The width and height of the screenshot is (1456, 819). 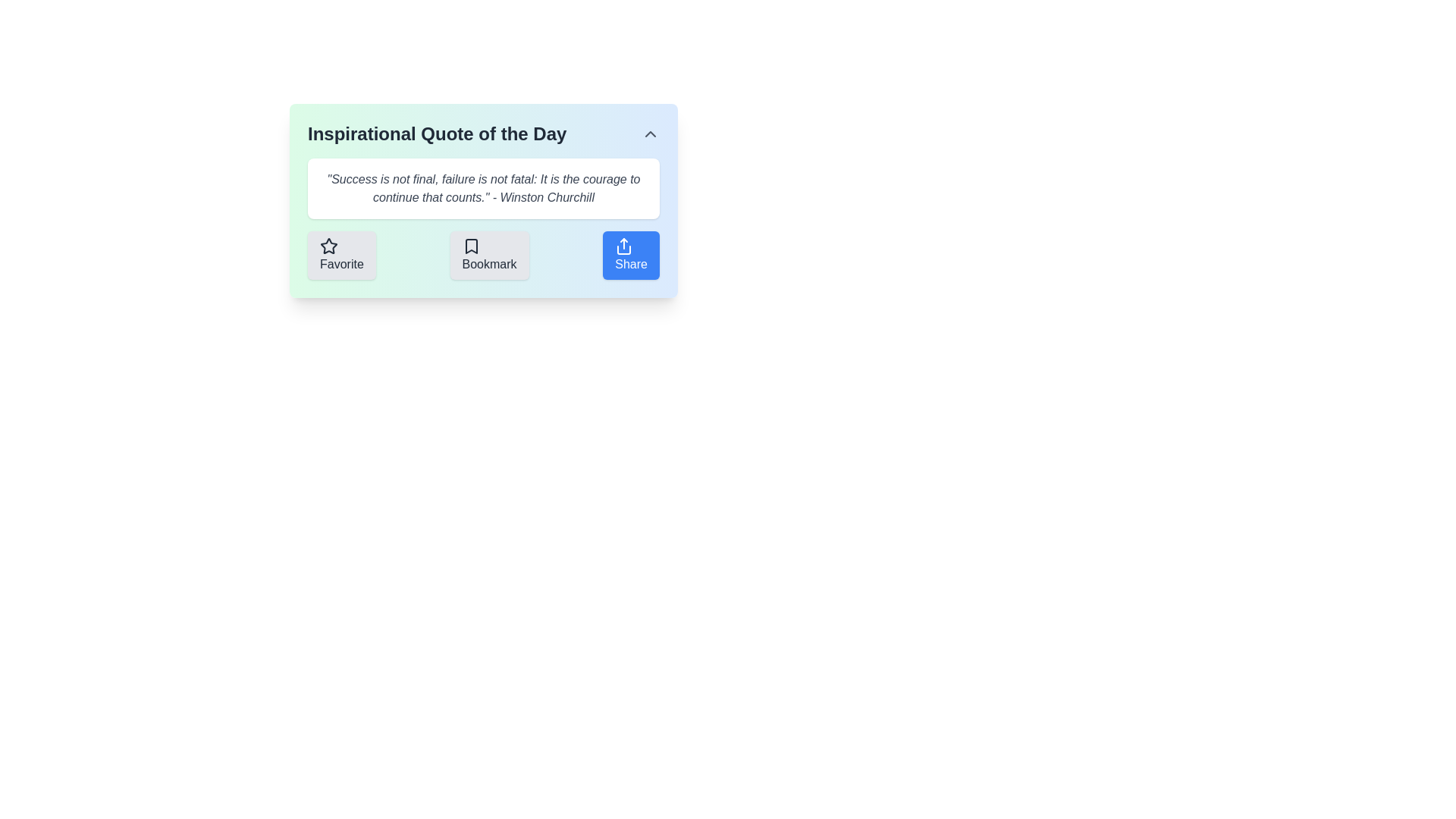 I want to click on the 'Favorite' button, so click(x=340, y=254).